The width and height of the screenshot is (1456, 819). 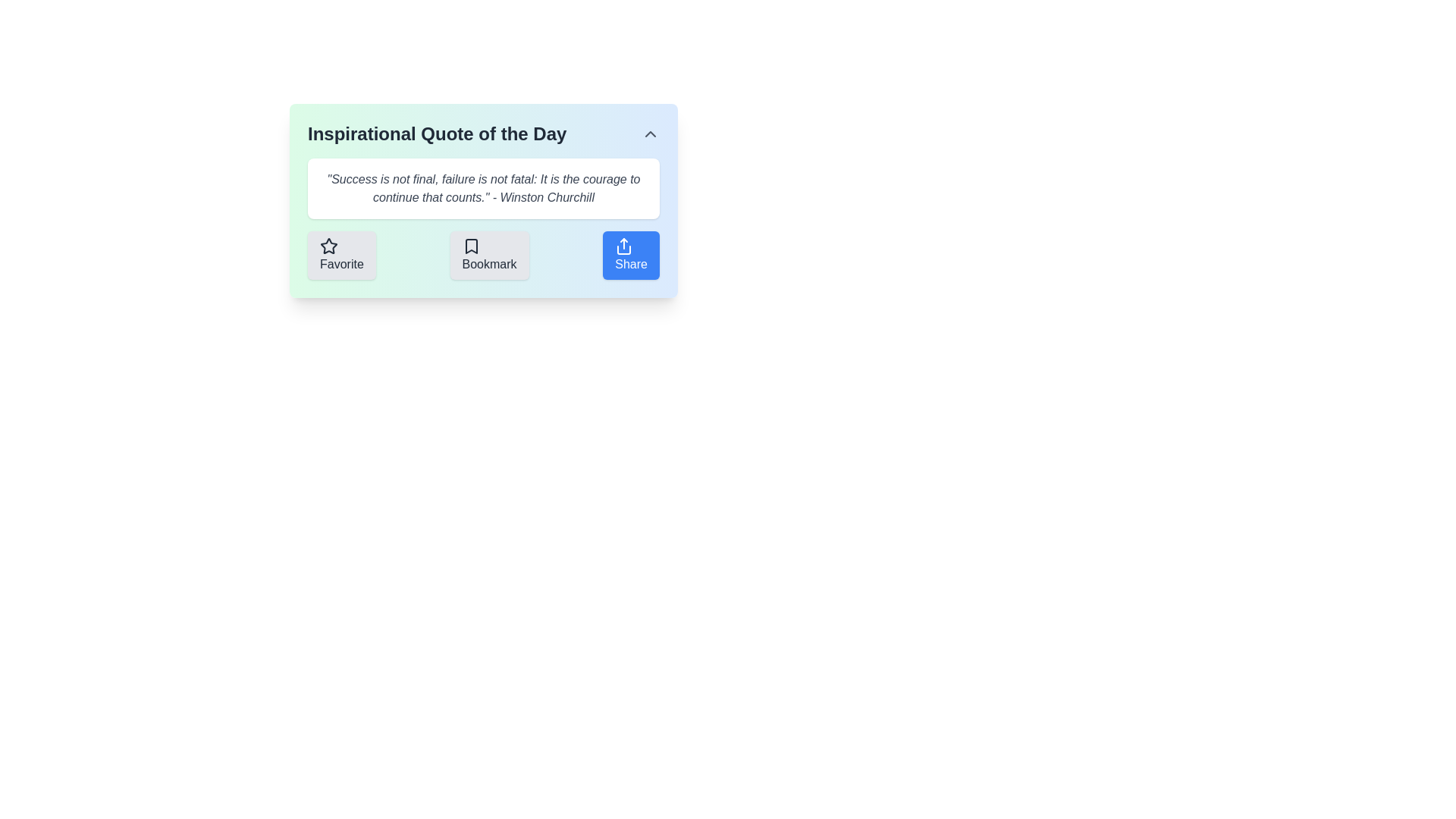 I want to click on the 'Favorite' button, so click(x=340, y=254).